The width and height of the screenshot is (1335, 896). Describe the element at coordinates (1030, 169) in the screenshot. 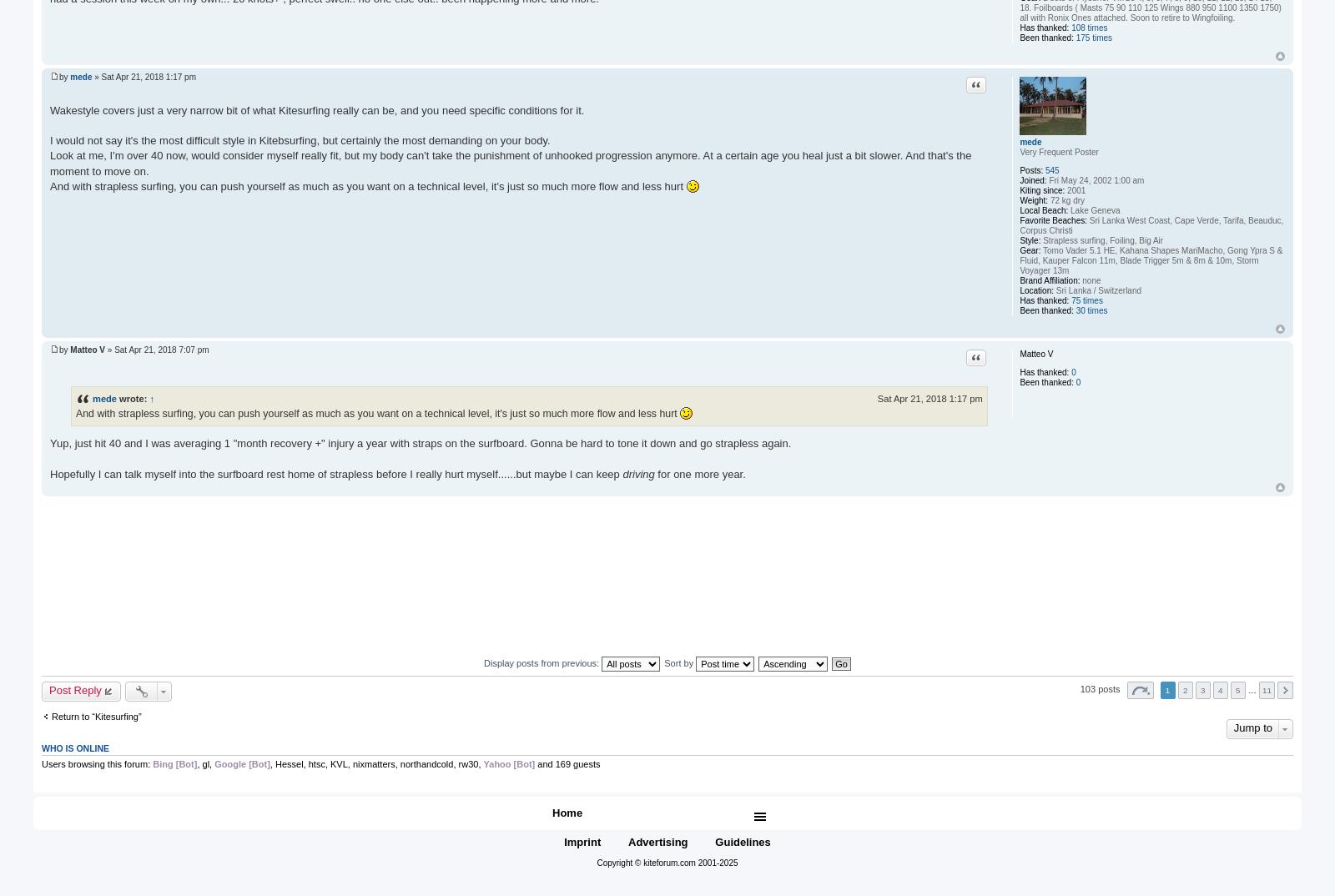

I see `'Posts:'` at that location.